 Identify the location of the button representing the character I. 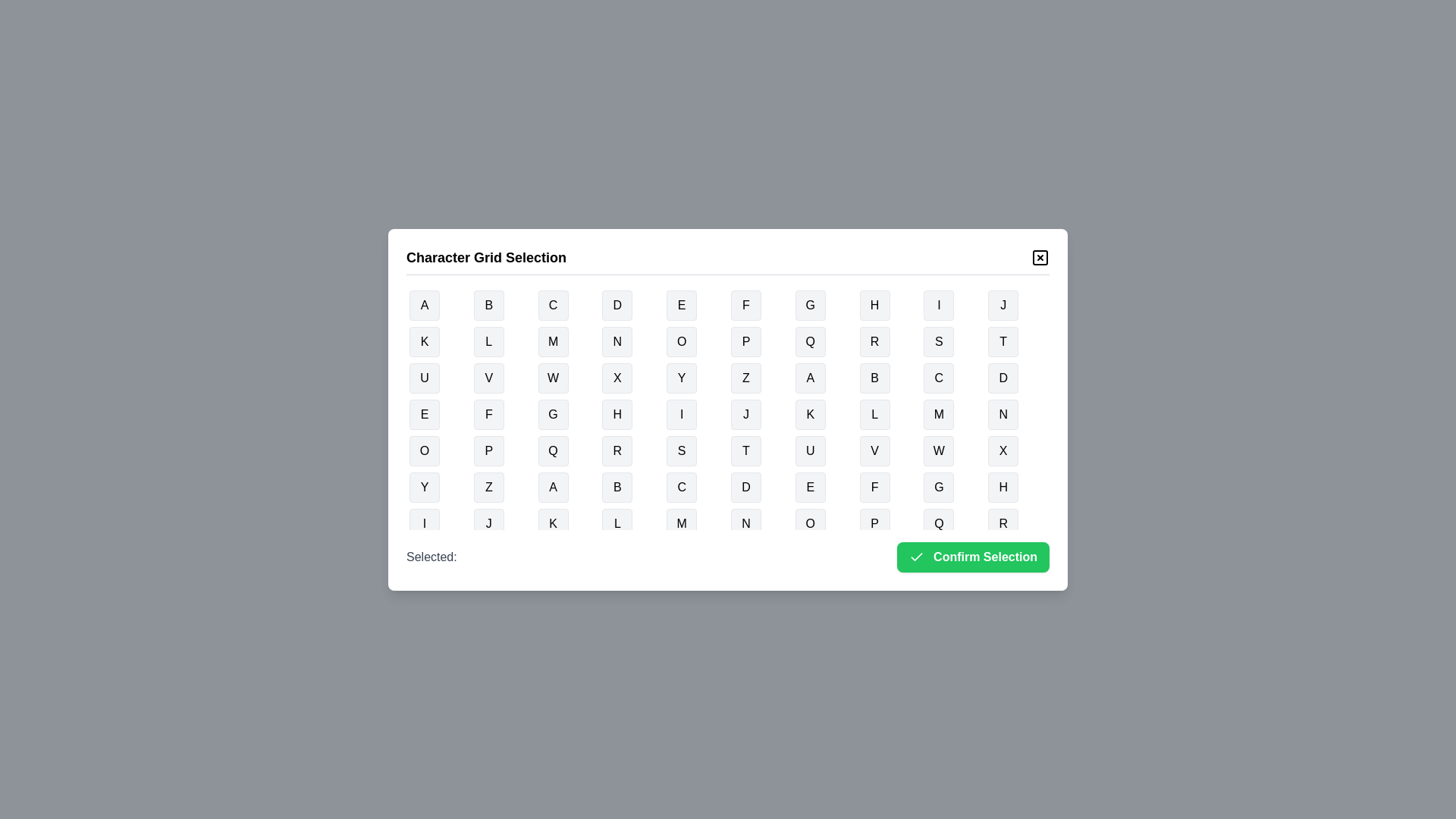
(938, 305).